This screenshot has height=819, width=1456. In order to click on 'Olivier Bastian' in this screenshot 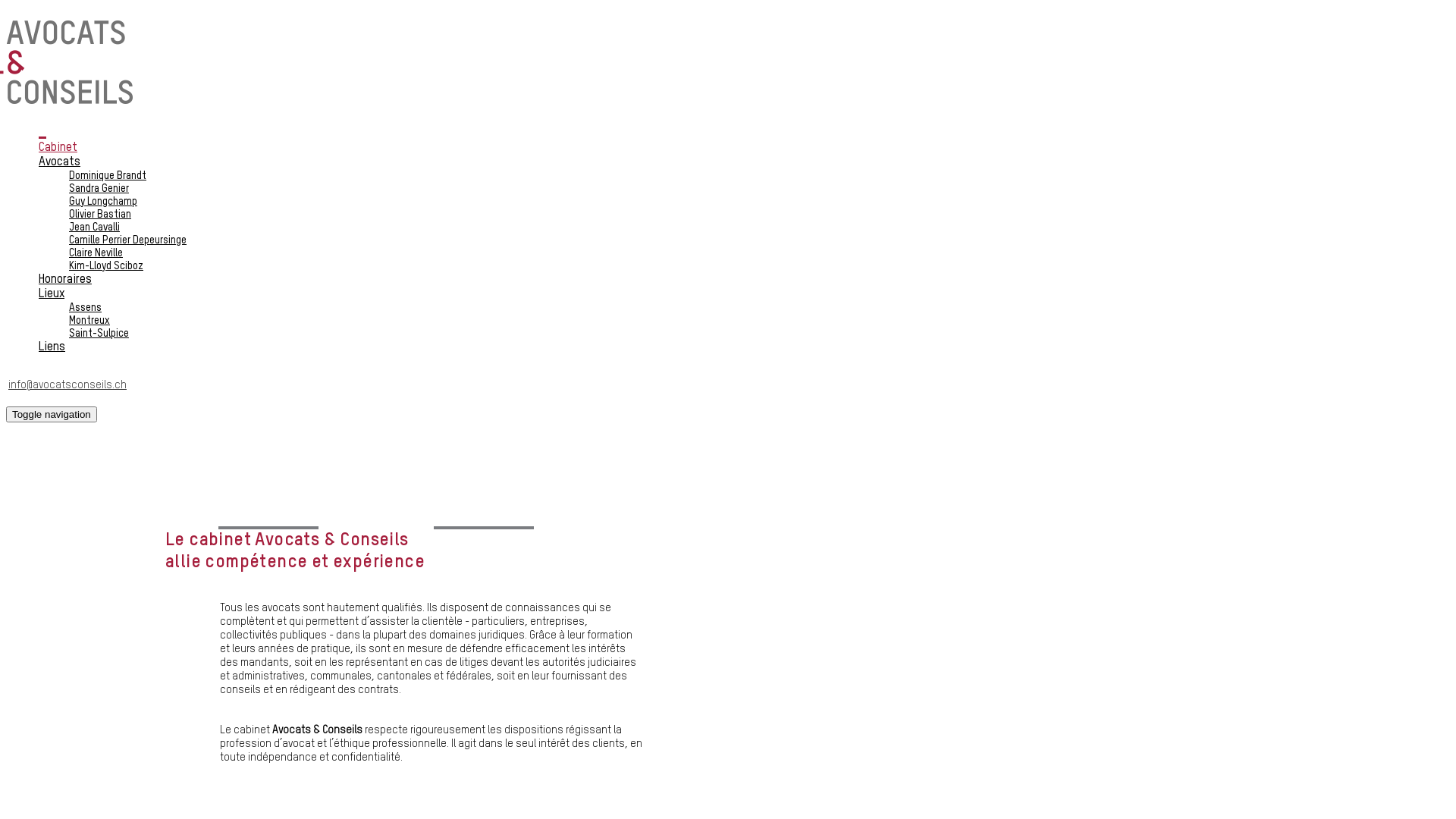, I will do `click(99, 214)`.